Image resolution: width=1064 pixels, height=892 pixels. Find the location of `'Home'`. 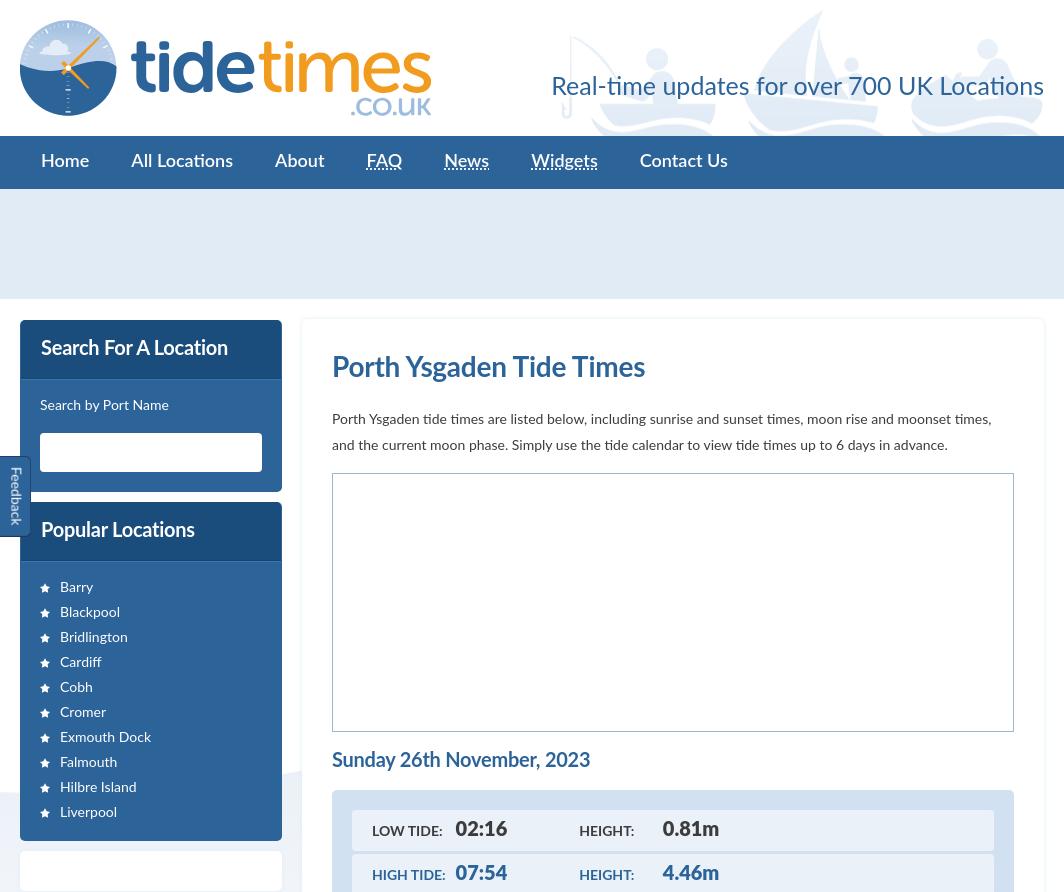

'Home' is located at coordinates (65, 160).